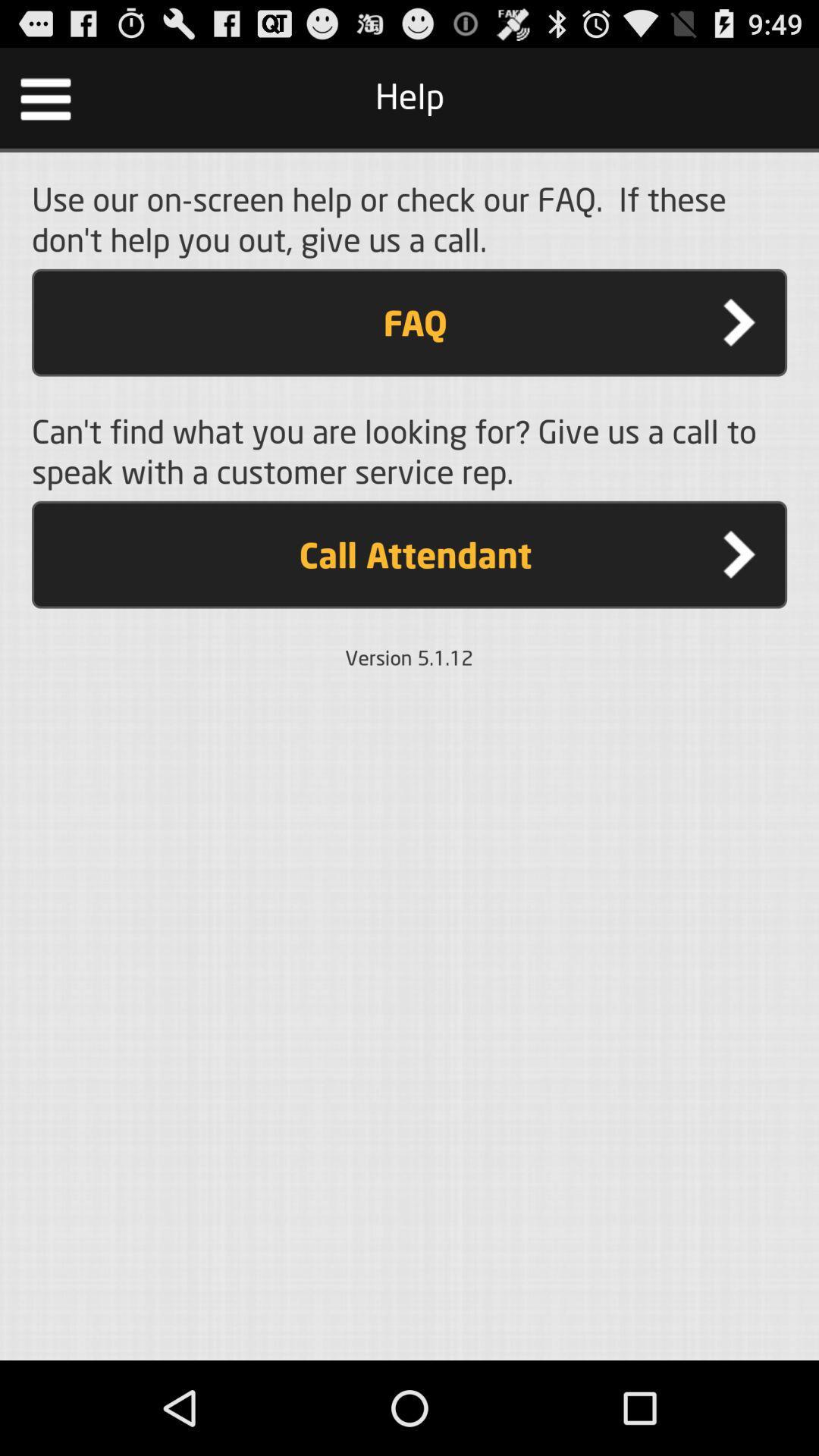 The image size is (819, 1456). What do you see at coordinates (409, 554) in the screenshot?
I see `the item above the version 5 1 item` at bounding box center [409, 554].